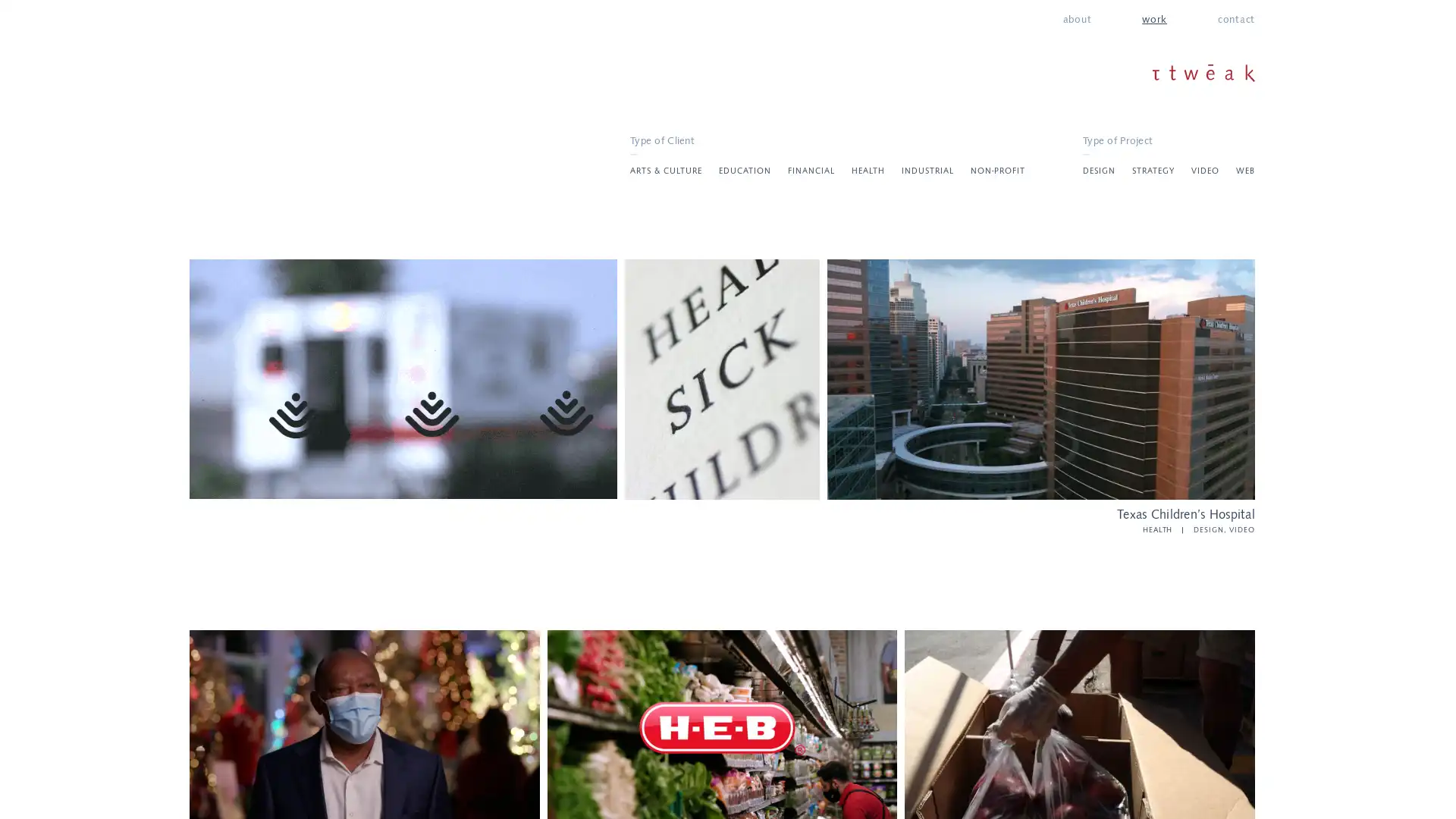  Describe the element at coordinates (666, 171) in the screenshot. I see `ARTS & CULTURE` at that location.